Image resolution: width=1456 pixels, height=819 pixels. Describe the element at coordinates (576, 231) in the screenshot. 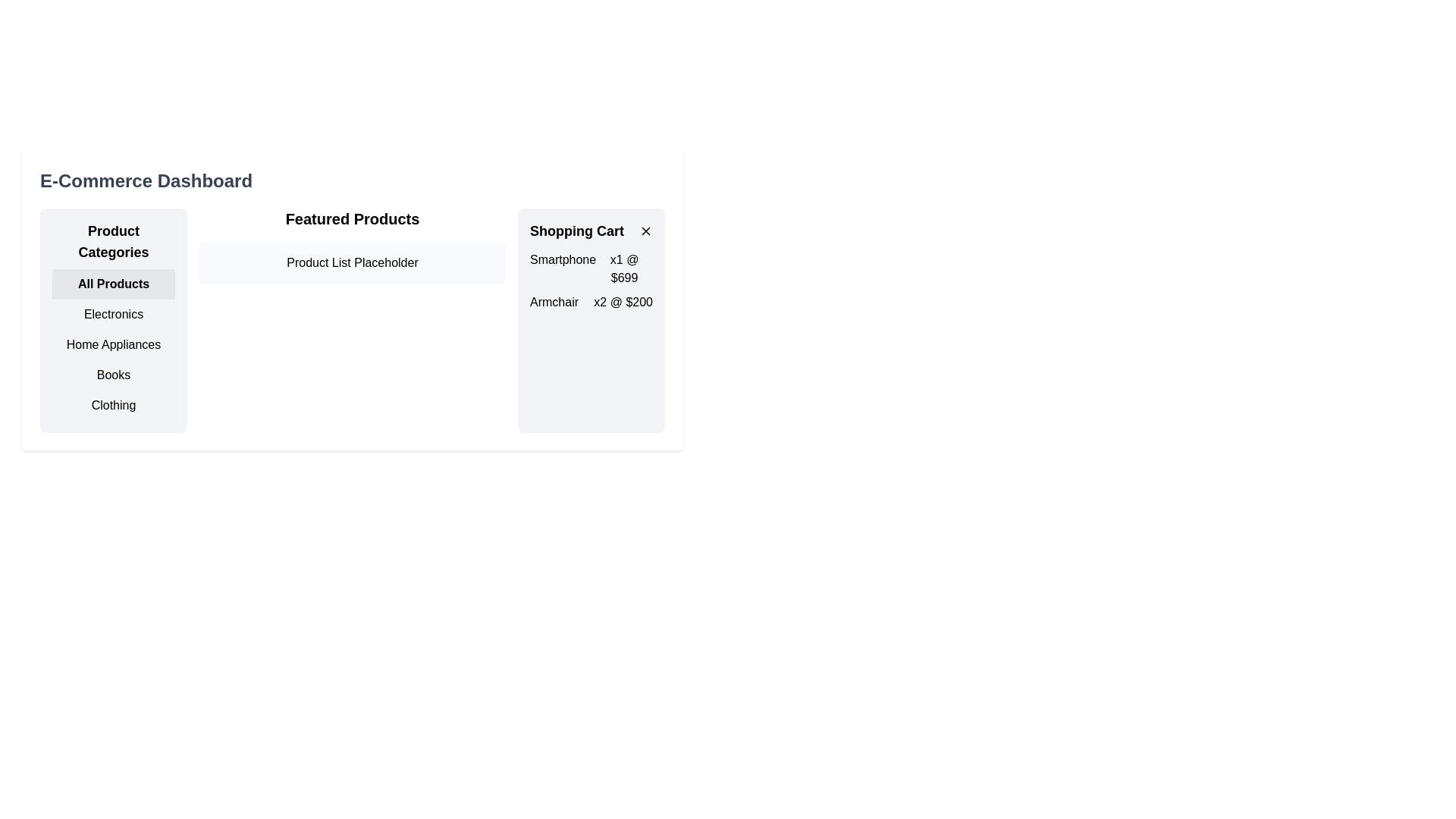

I see `the bold text label displaying 'Shopping Cart' at the top of the shopping cart section` at that location.